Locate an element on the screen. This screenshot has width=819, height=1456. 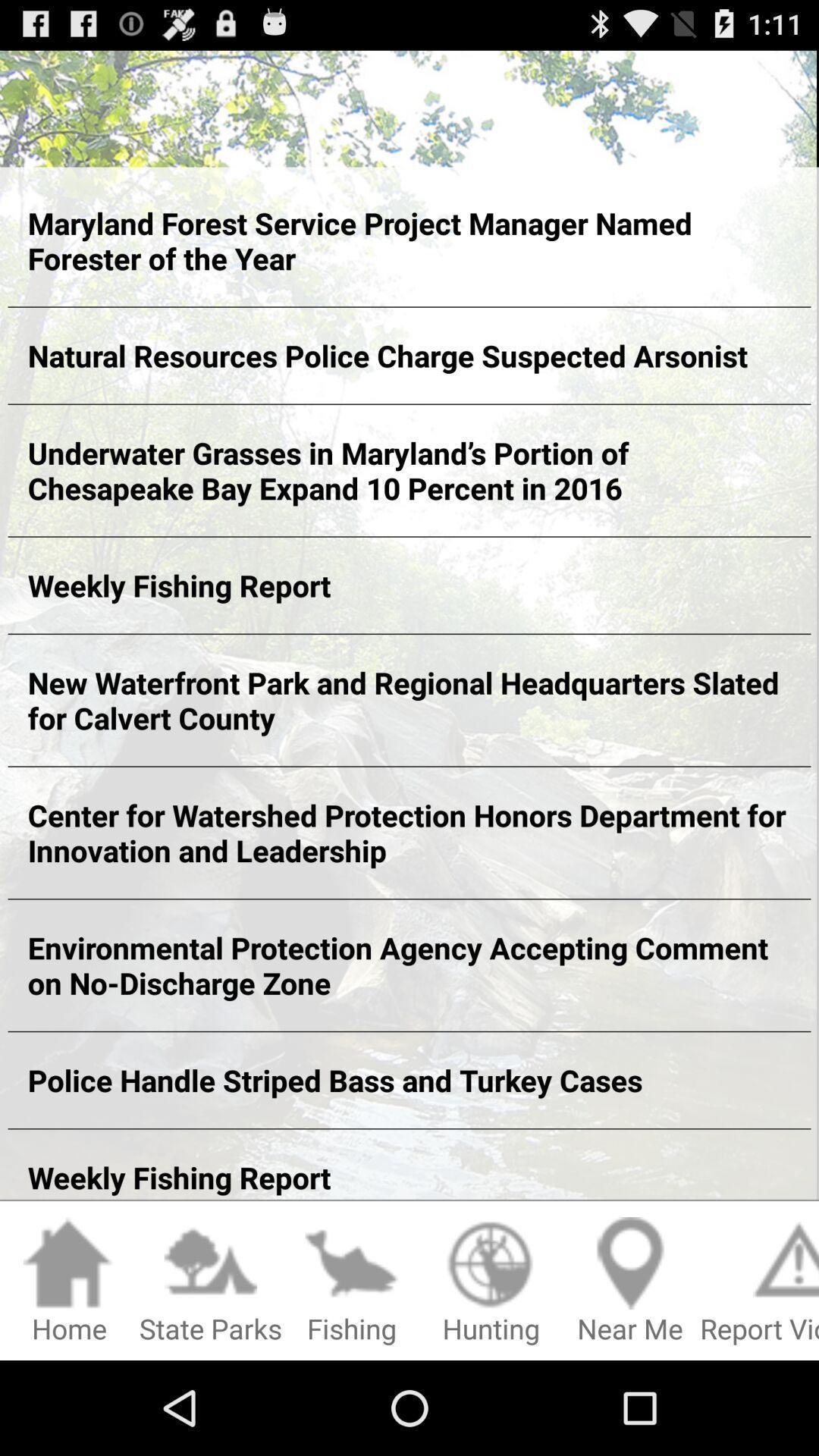
the item next to the state parks is located at coordinates (69, 1281).